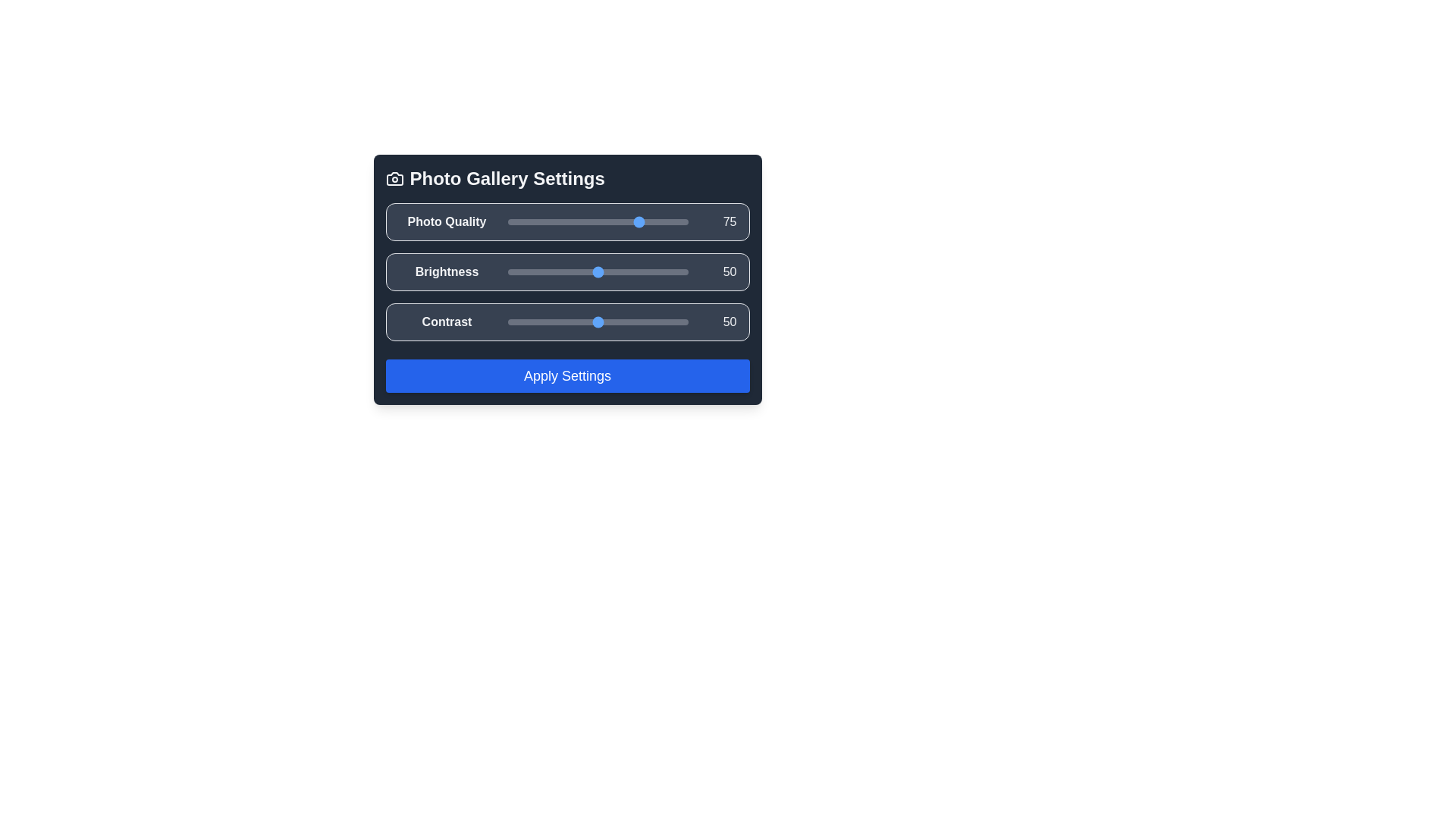 The image size is (1456, 819). Describe the element at coordinates (639, 321) in the screenshot. I see `the contrast` at that location.